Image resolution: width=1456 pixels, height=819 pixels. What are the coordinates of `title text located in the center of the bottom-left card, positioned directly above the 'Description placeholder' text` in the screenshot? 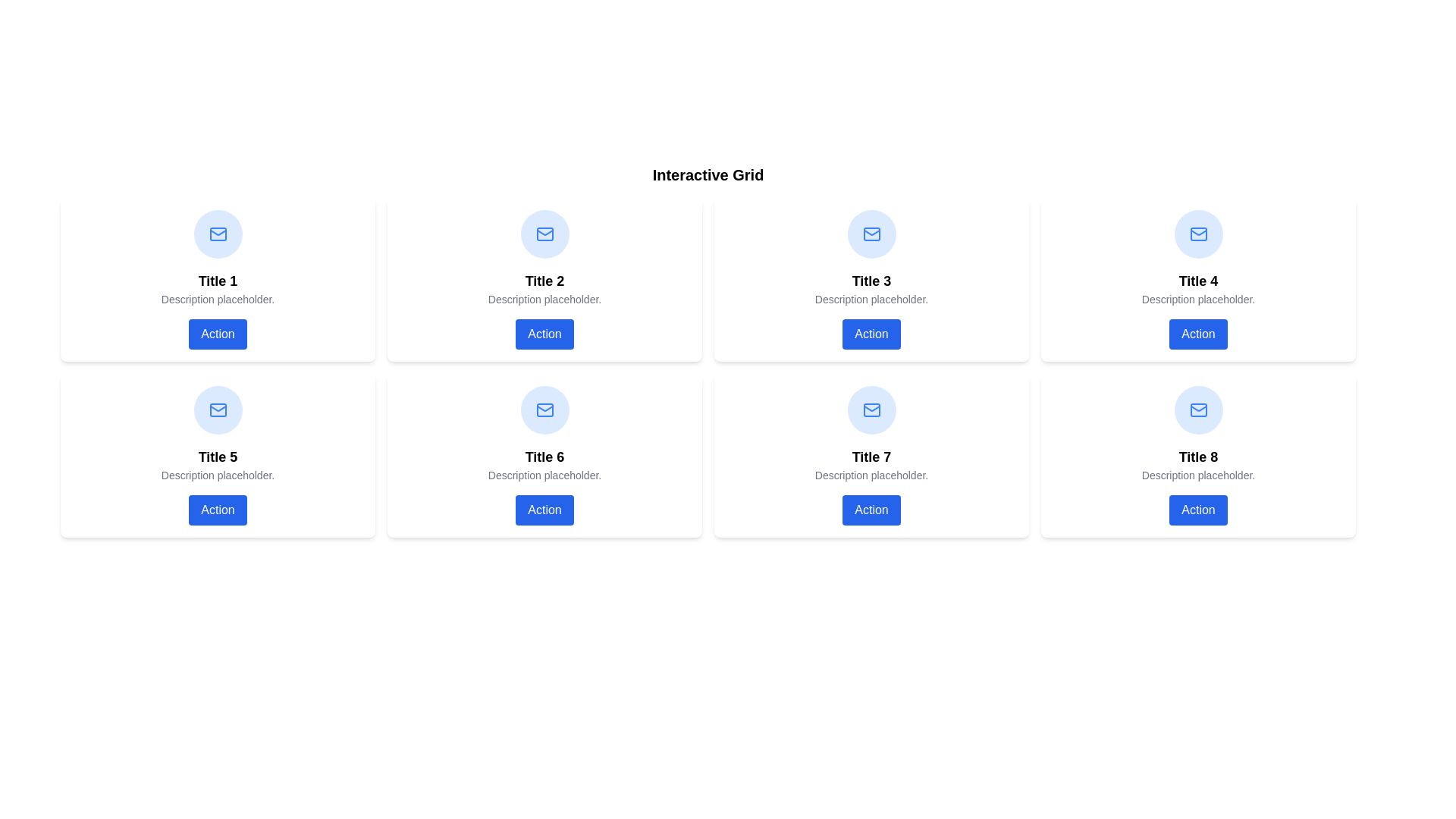 It's located at (217, 456).